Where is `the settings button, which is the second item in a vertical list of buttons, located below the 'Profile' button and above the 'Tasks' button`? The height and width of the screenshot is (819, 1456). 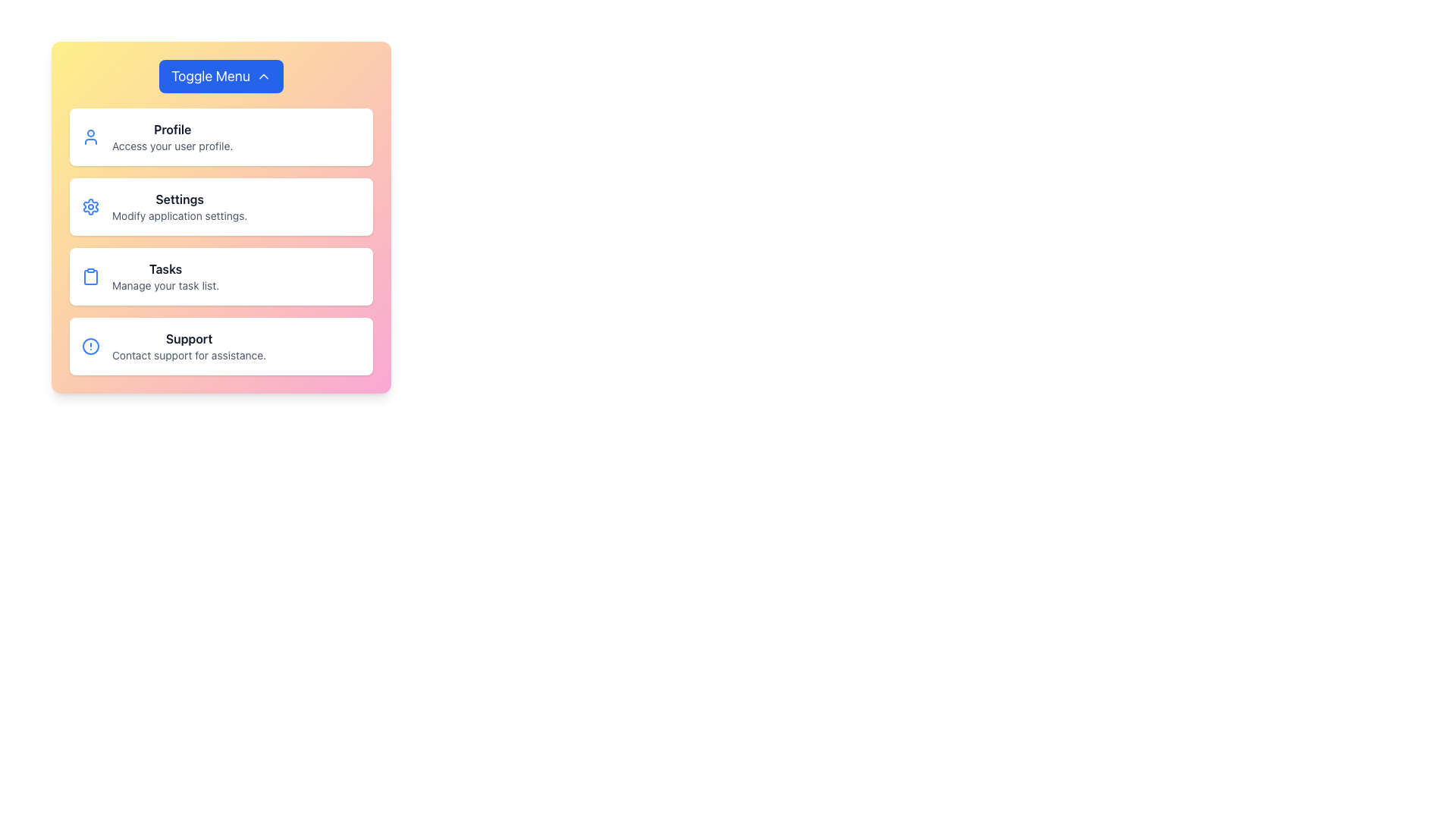
the settings button, which is the second item in a vertical list of buttons, located below the 'Profile' button and above the 'Tasks' button is located at coordinates (221, 207).